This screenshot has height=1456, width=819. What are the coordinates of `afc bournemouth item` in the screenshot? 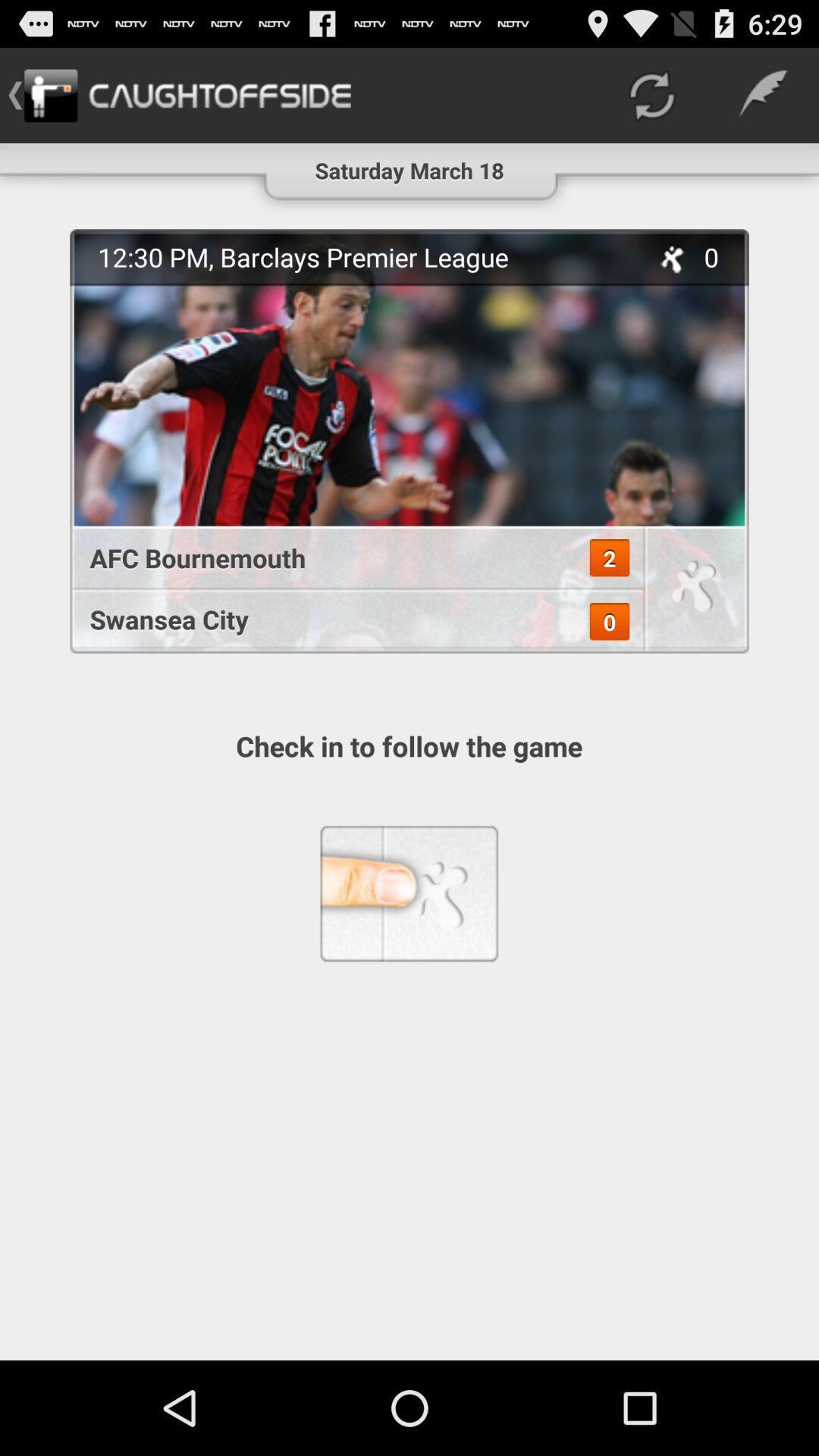 It's located at (348, 557).